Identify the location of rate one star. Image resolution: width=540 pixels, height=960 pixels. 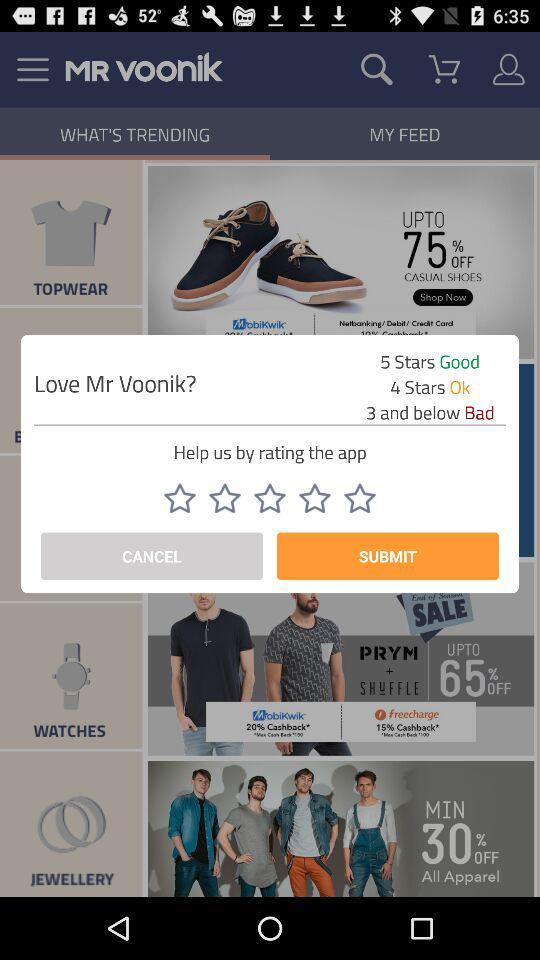
(179, 497).